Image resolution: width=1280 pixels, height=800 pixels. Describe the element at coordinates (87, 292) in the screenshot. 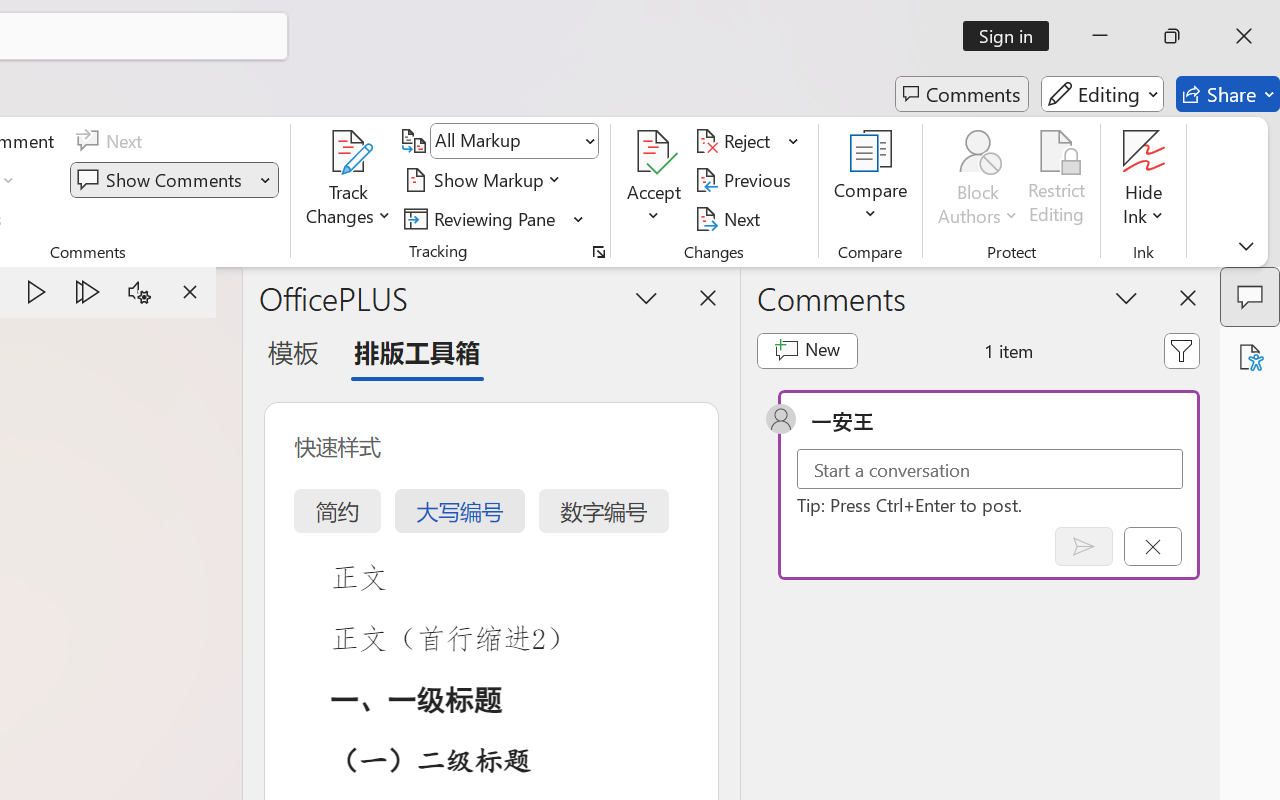

I see `'Next Paragraph'` at that location.